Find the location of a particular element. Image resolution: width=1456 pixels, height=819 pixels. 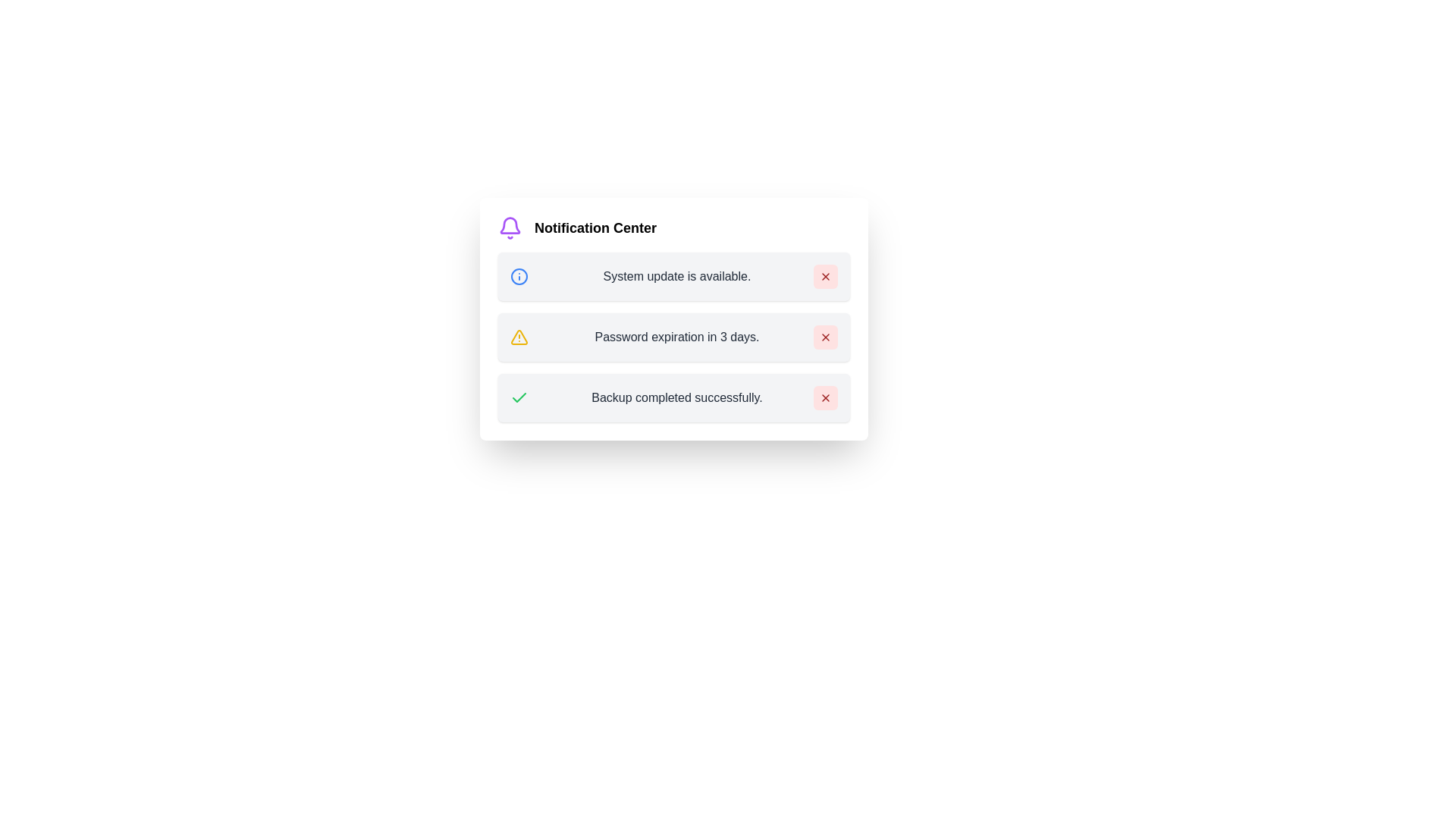

close button for Password expiration in 3 days. to dismiss it is located at coordinates (825, 336).